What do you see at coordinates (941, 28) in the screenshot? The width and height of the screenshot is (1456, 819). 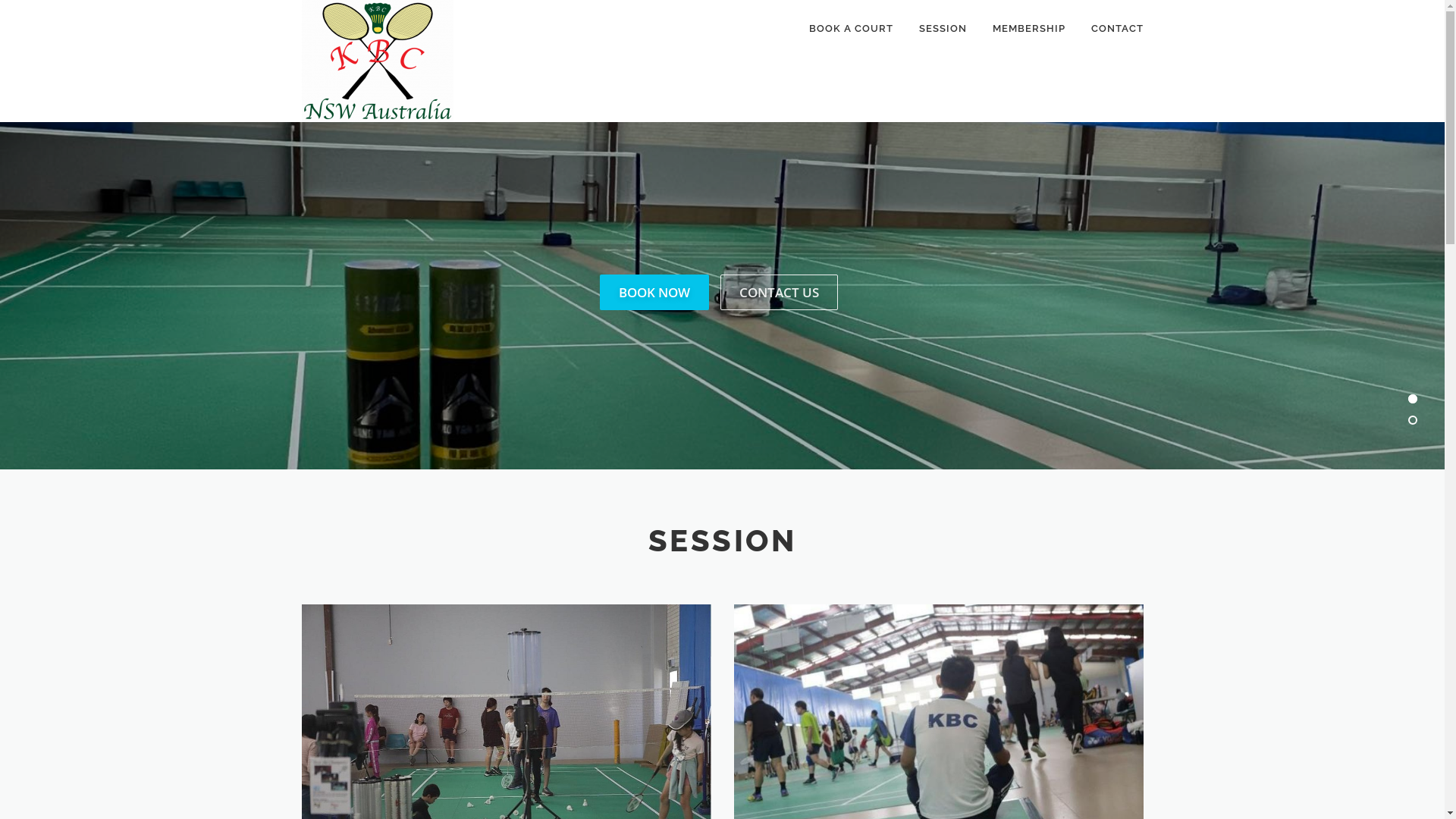 I see `'SESSION'` at bounding box center [941, 28].